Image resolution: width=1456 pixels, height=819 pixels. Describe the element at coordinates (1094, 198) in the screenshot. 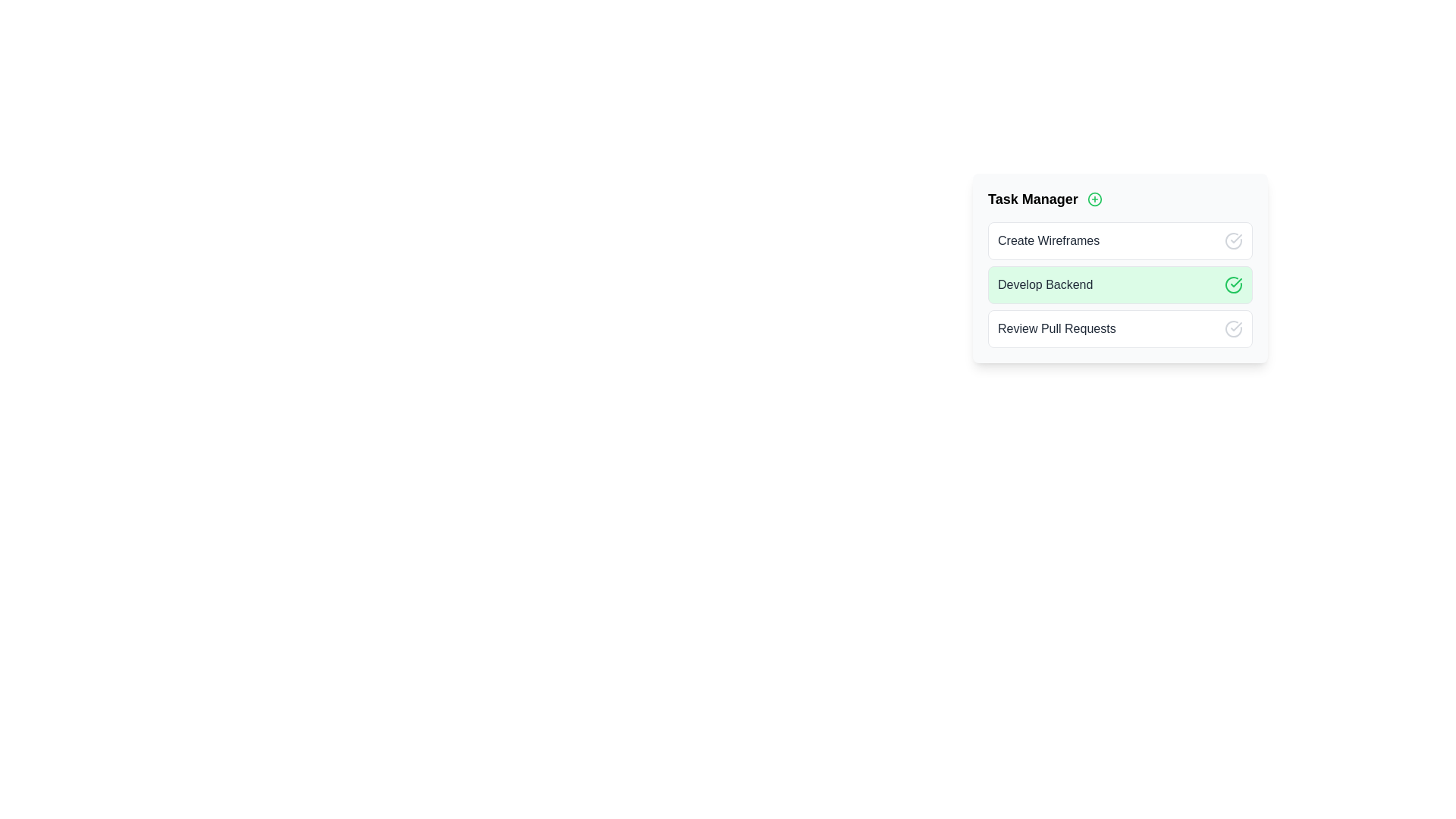

I see `the 'add' or 'create' button related to the Task Manager, positioned to the right of the 'Task Manager' header text` at that location.